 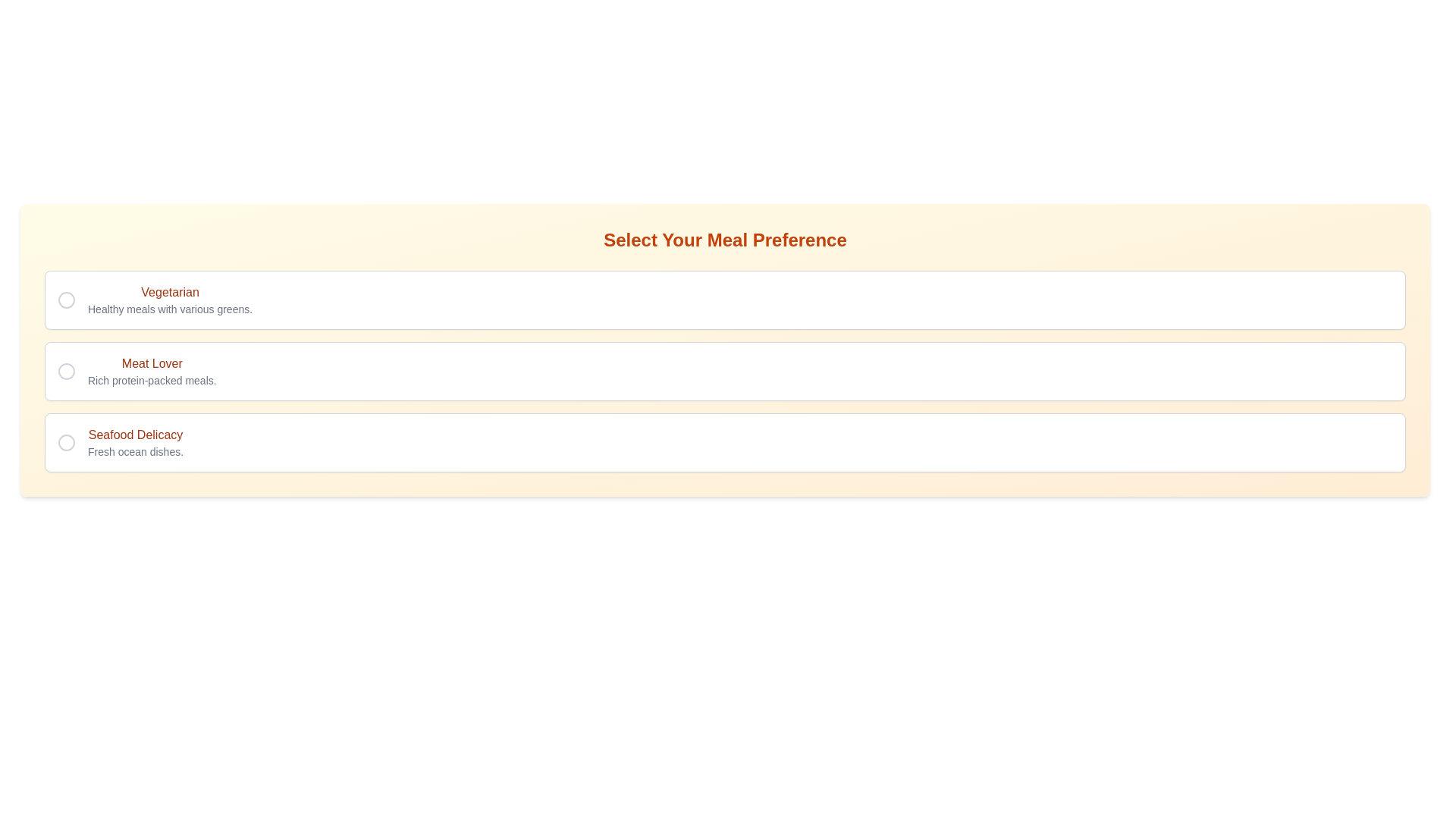 What do you see at coordinates (65, 371) in the screenshot?
I see `the SVG Circle indicator for the 'Meat Lover' option, which is centrally aligned with the option's vertical axis and located to the left of the text` at bounding box center [65, 371].